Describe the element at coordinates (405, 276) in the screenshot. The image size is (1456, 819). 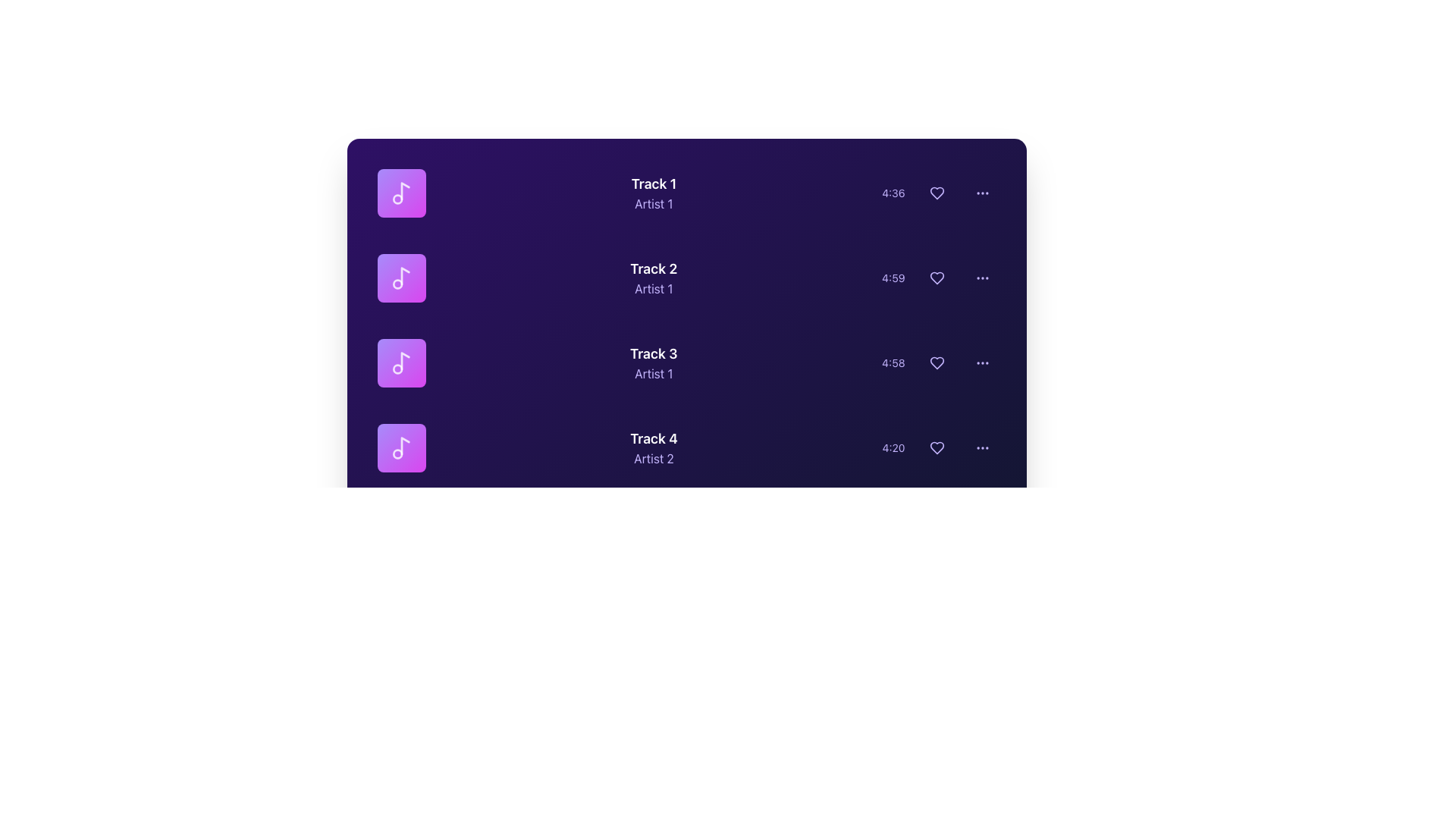
I see `SVG properties of the musical note icon located in the second position of the vertically stacked list on the left side of the interface` at that location.